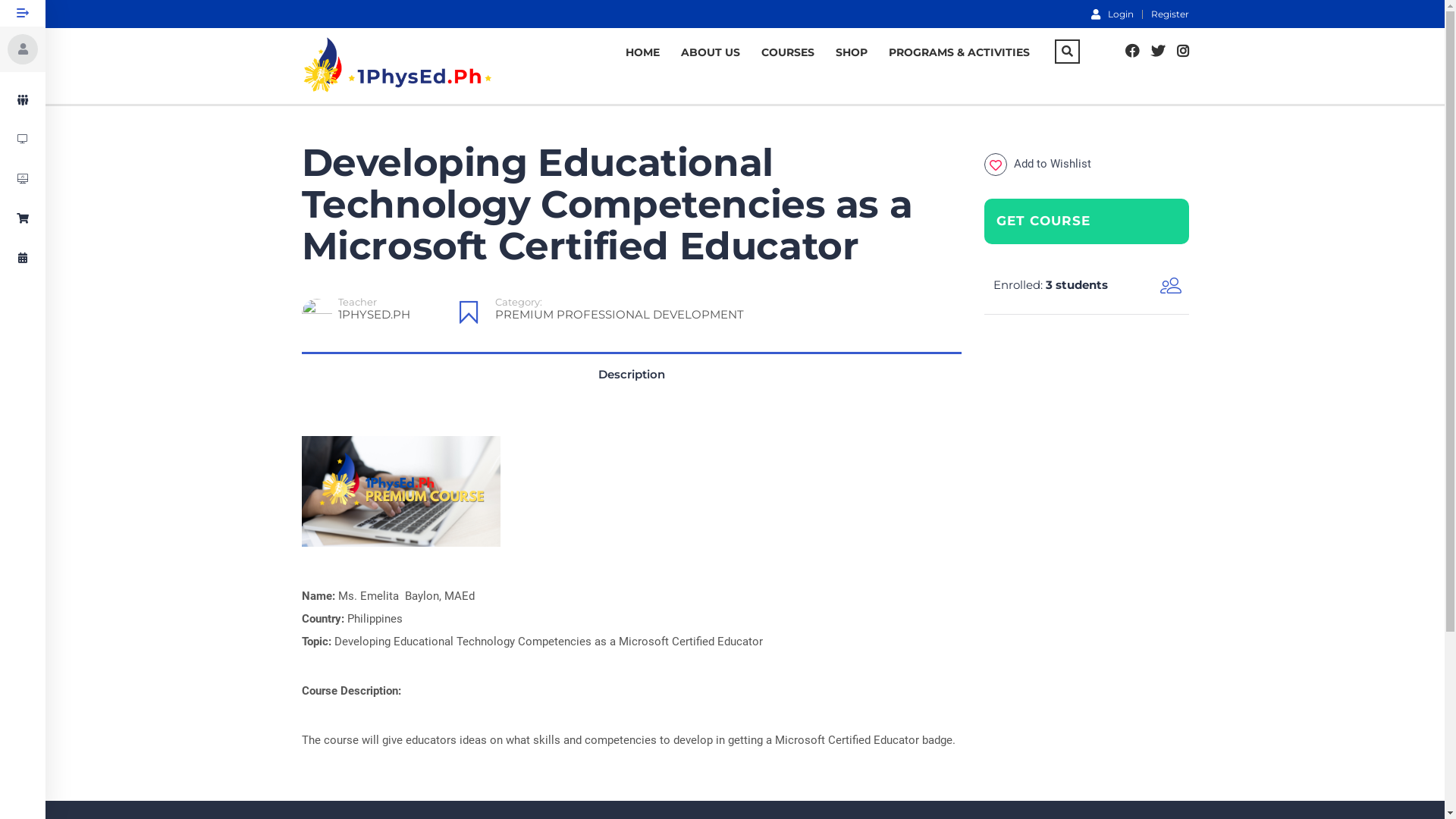  I want to click on 'PROGRAMS & ACTIVITIES', so click(959, 52).